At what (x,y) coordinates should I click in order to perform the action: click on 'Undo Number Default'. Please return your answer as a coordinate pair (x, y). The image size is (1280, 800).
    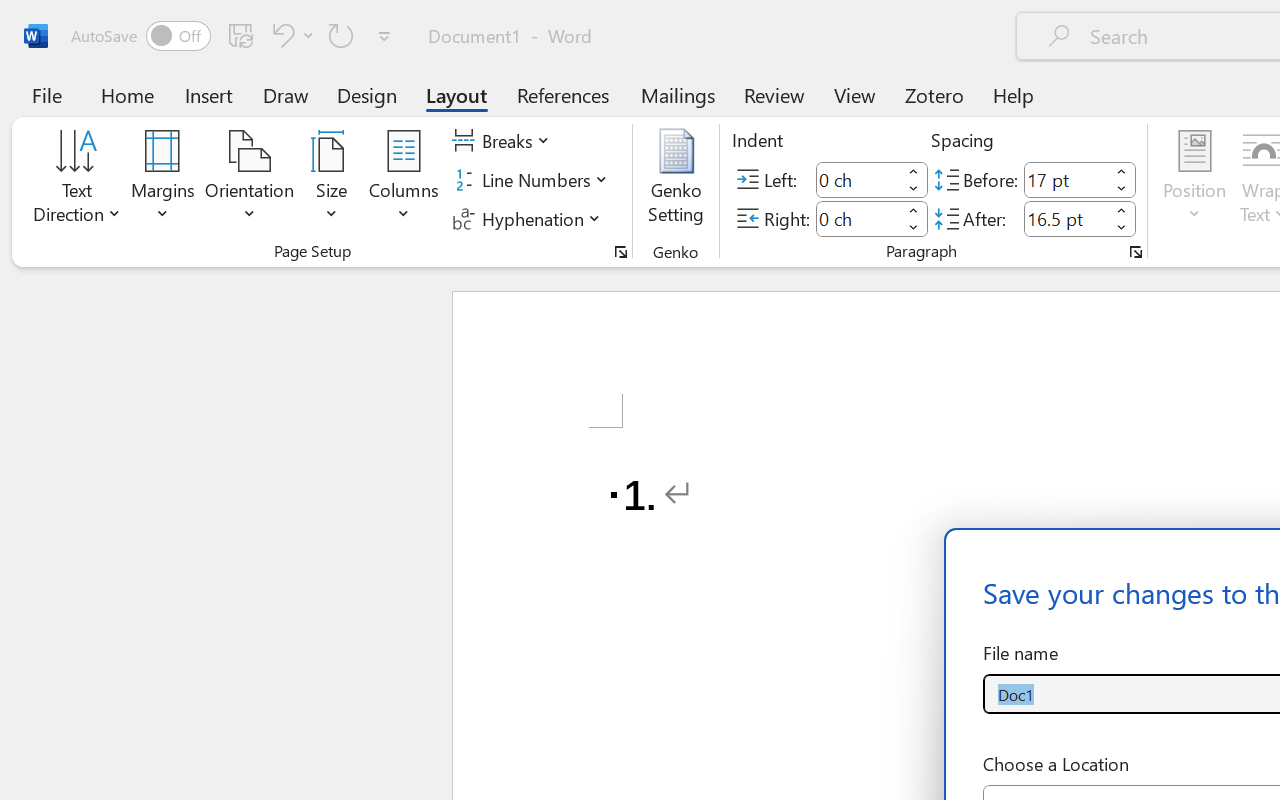
    Looking at the image, I should click on (289, 34).